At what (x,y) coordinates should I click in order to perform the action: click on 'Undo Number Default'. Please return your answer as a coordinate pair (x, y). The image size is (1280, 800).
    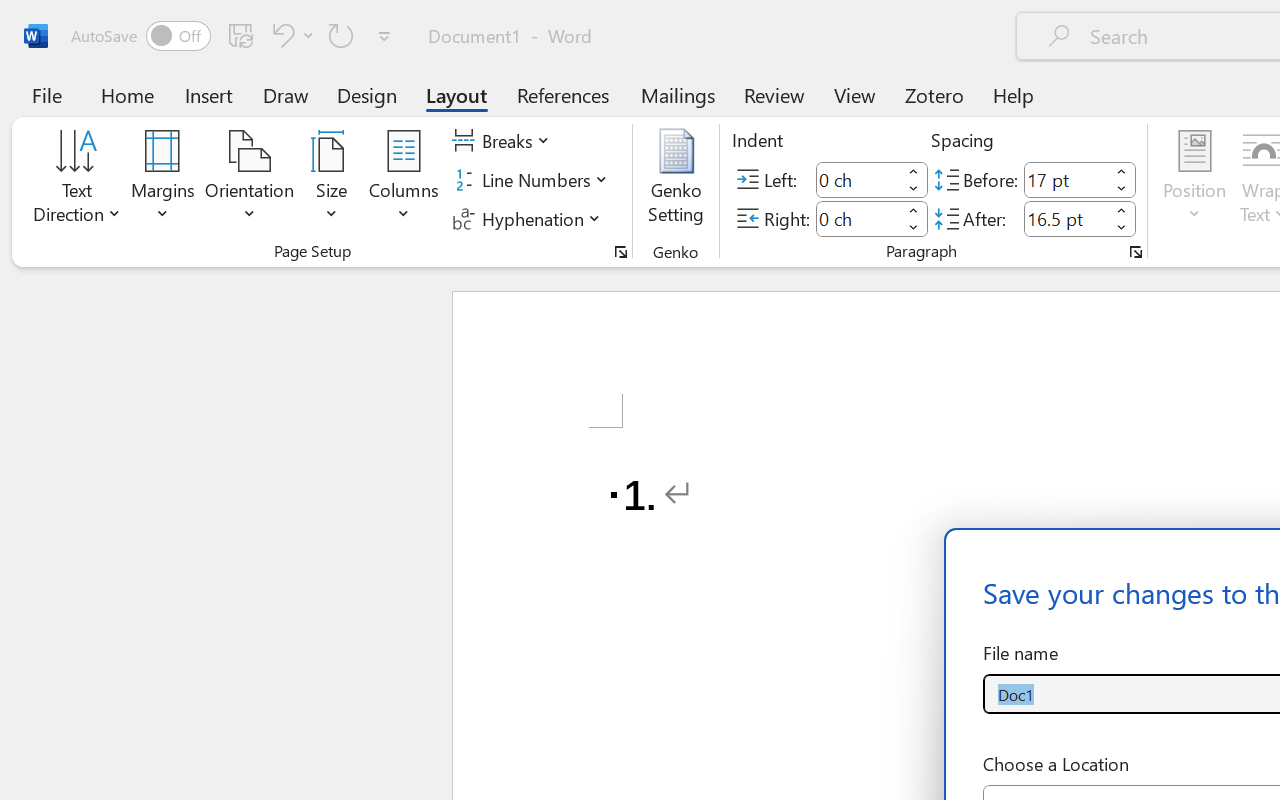
    Looking at the image, I should click on (289, 34).